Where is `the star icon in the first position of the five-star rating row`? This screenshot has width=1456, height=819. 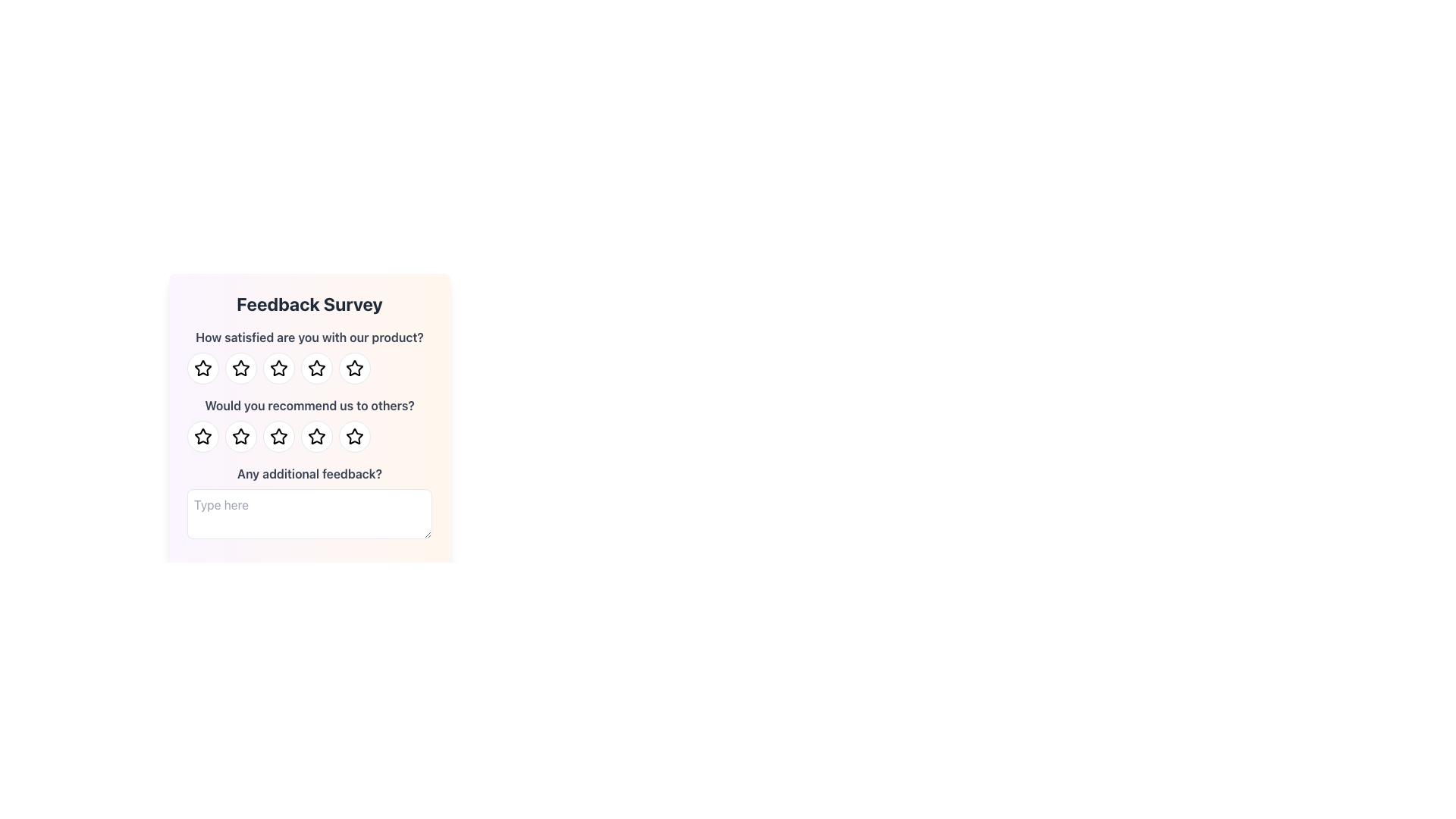 the star icon in the first position of the five-star rating row is located at coordinates (202, 369).